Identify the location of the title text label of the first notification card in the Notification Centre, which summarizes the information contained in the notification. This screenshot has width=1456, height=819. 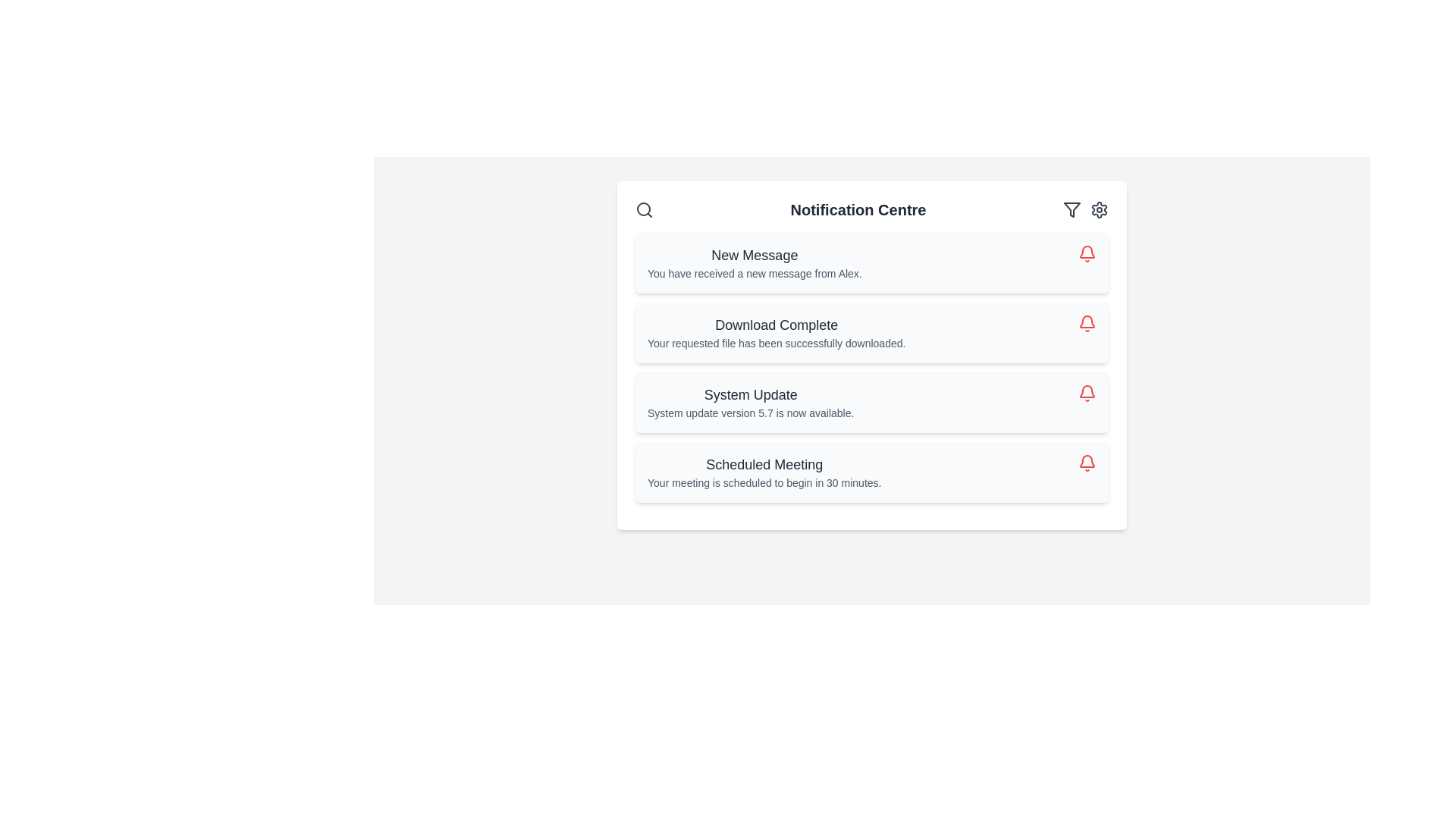
(755, 254).